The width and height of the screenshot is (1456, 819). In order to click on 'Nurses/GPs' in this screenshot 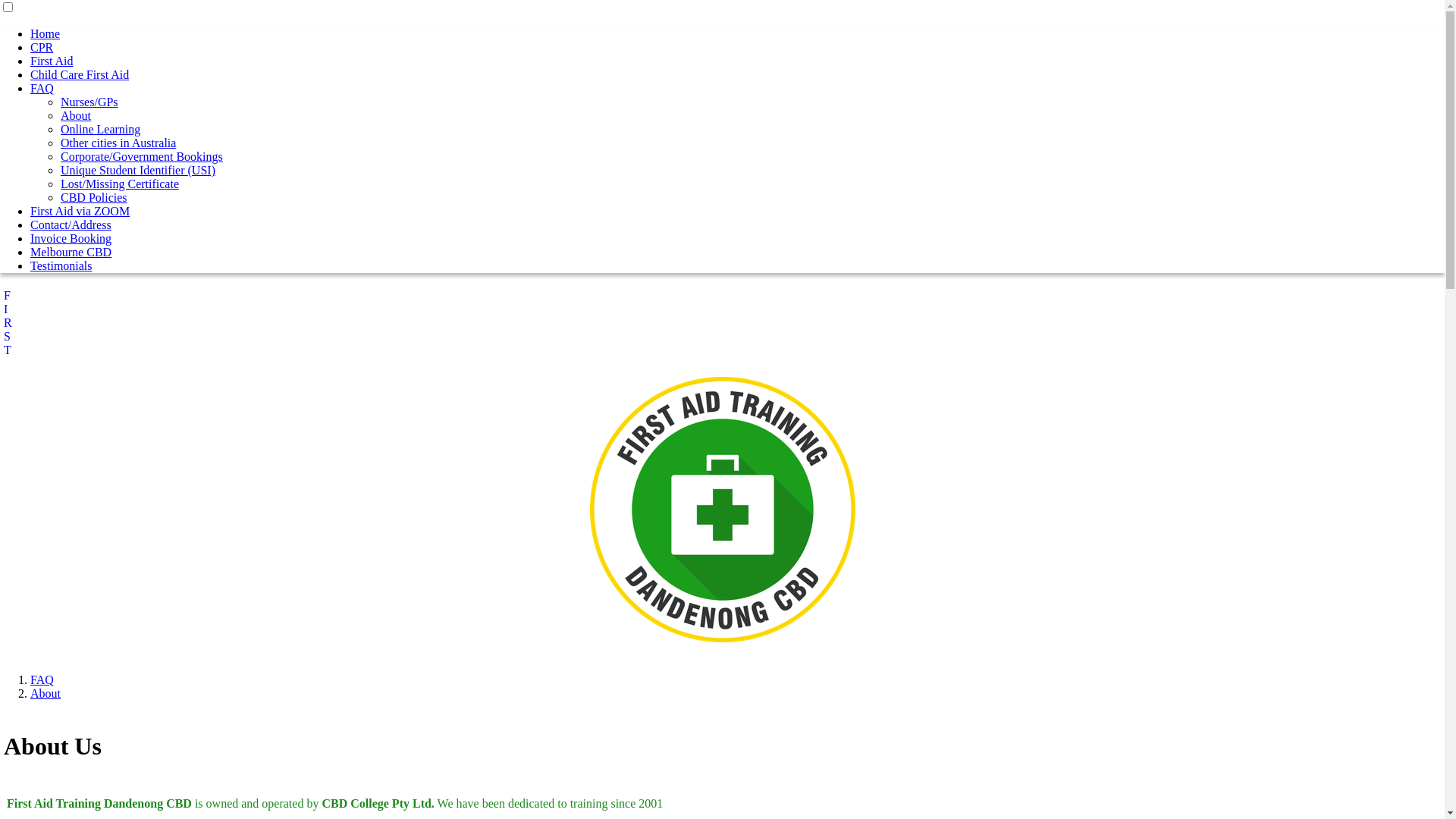, I will do `click(89, 102)`.